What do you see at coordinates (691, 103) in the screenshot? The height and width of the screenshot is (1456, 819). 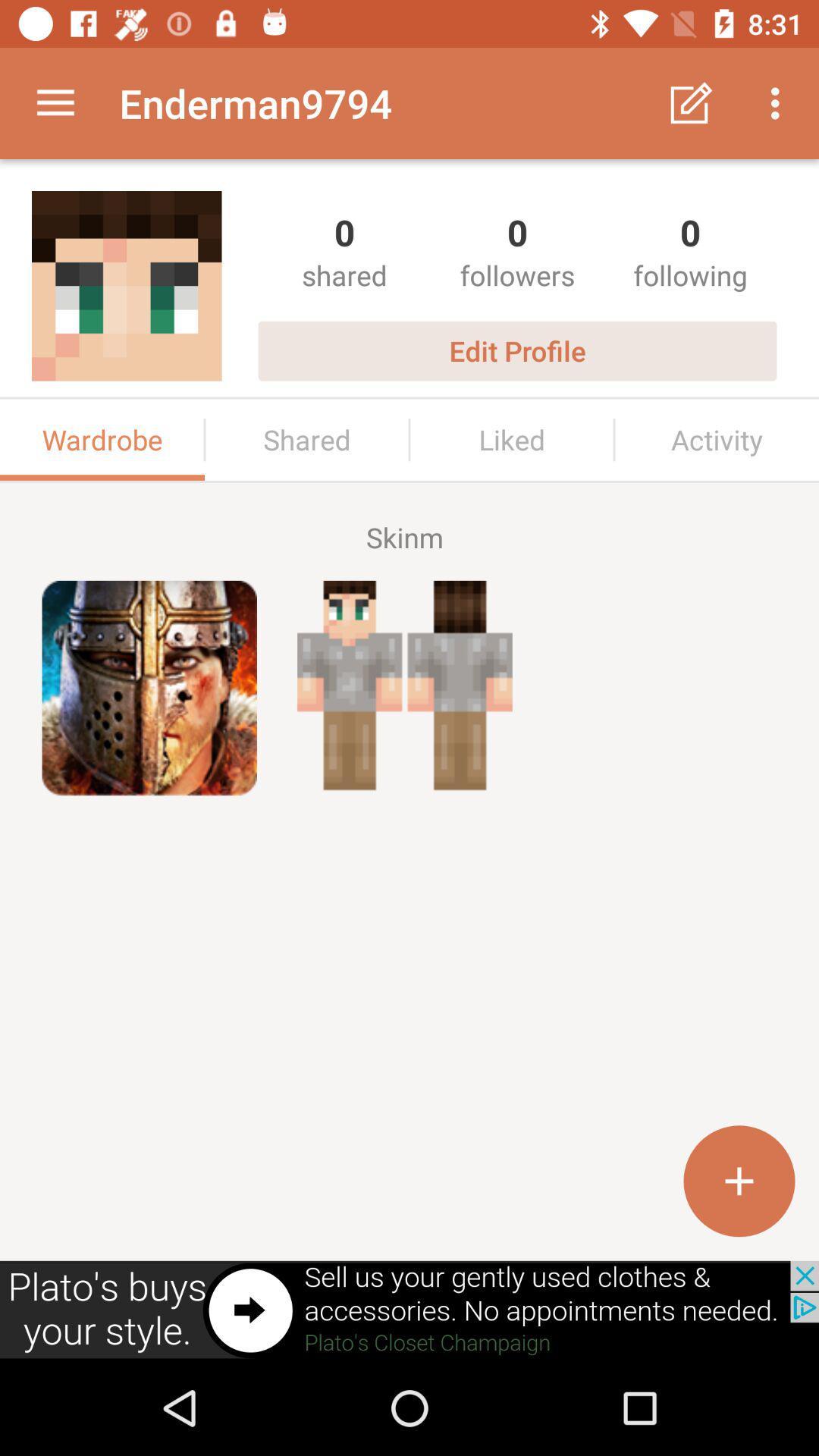 I see `button left to three dots icon` at bounding box center [691, 103].